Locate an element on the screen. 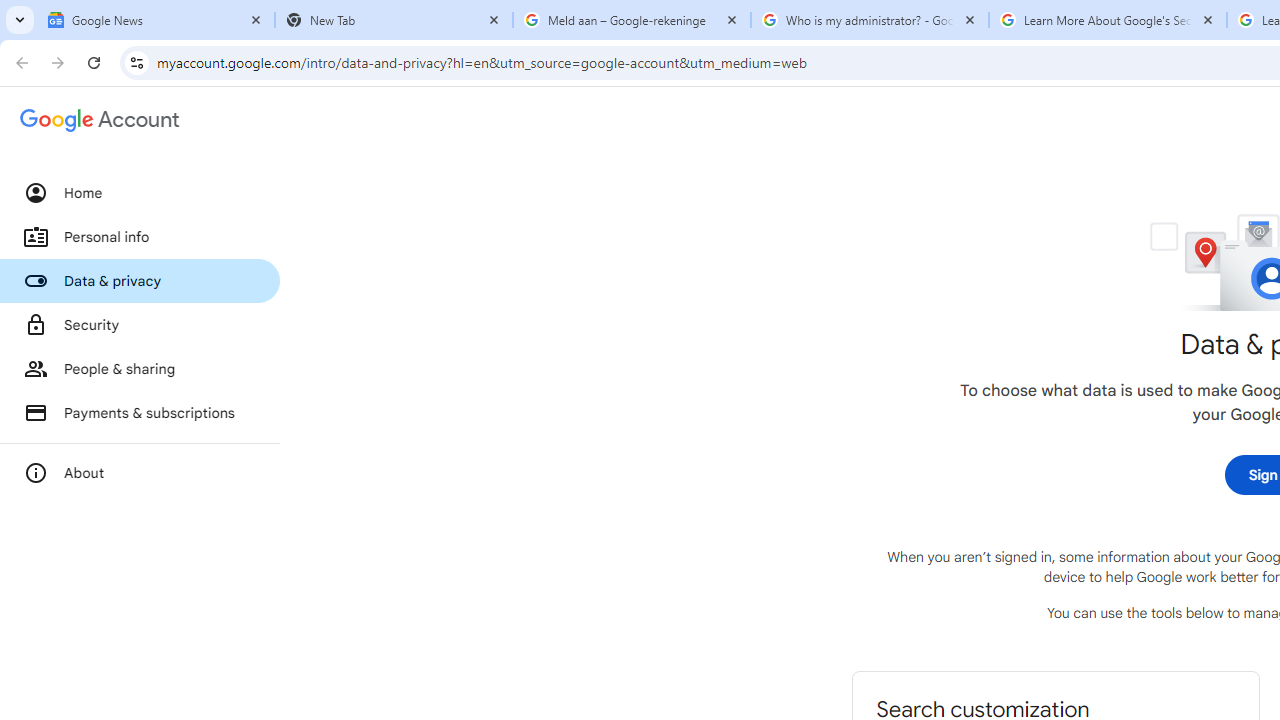 Image resolution: width=1280 pixels, height=720 pixels. 'New Tab' is located at coordinates (394, 20).